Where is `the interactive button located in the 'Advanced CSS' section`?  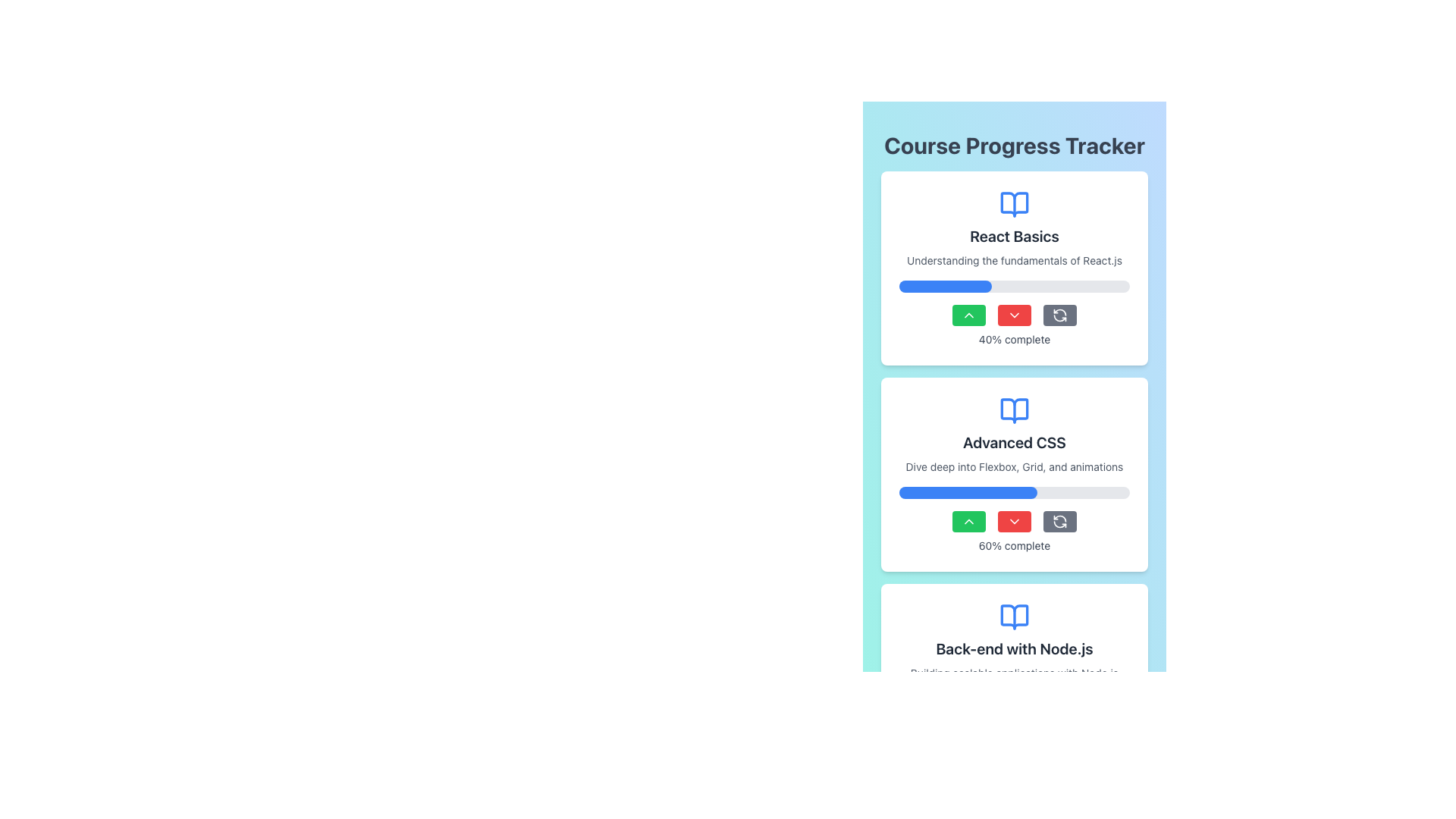
the interactive button located in the 'Advanced CSS' section is located at coordinates (968, 520).